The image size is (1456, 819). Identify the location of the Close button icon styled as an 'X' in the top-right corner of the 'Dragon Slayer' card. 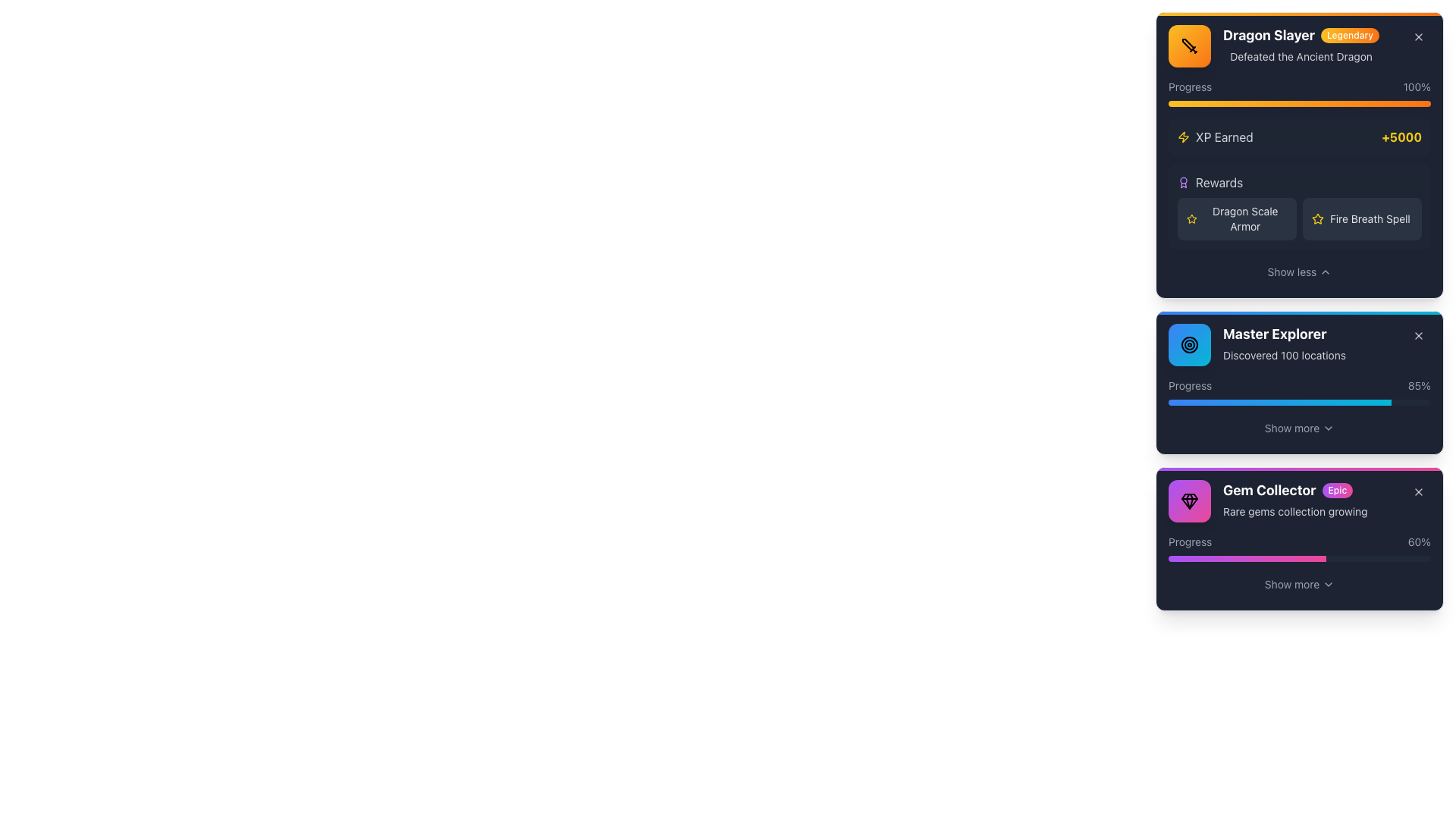
(1418, 36).